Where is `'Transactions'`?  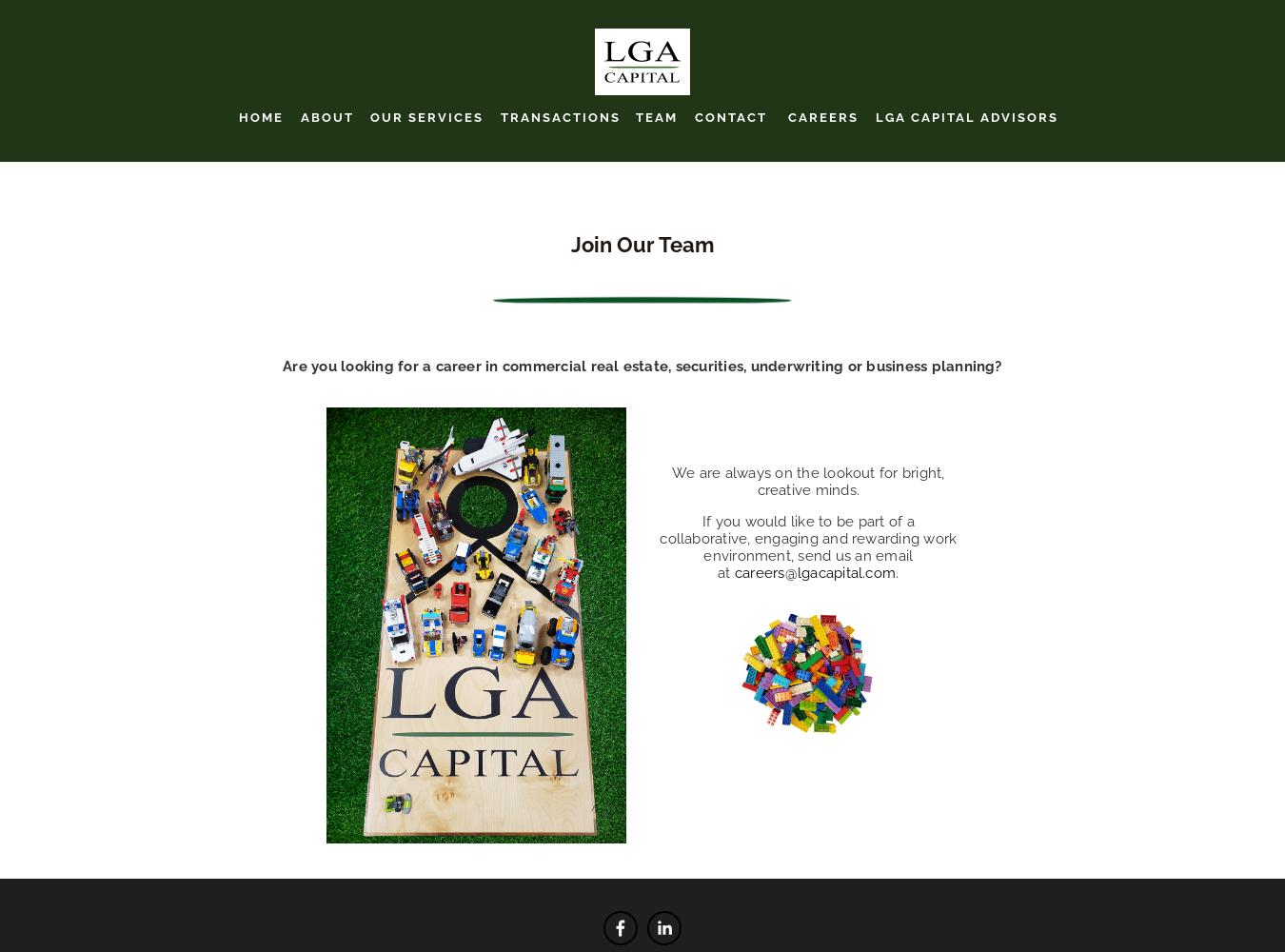 'Transactions' is located at coordinates (560, 115).